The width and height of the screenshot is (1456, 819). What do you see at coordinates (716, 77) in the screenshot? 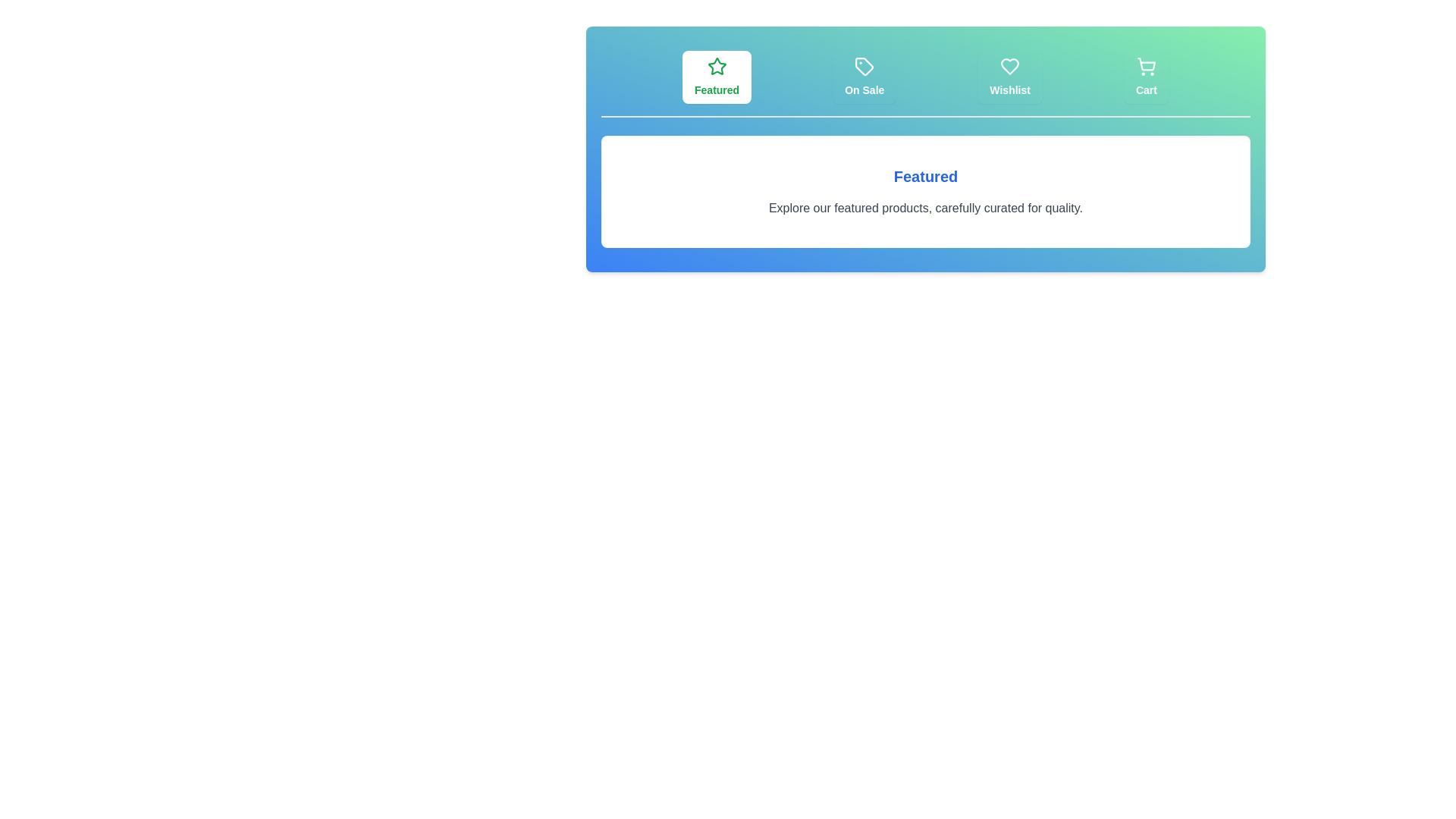
I see `the tab labeled Featured to observe its hover effect` at bounding box center [716, 77].